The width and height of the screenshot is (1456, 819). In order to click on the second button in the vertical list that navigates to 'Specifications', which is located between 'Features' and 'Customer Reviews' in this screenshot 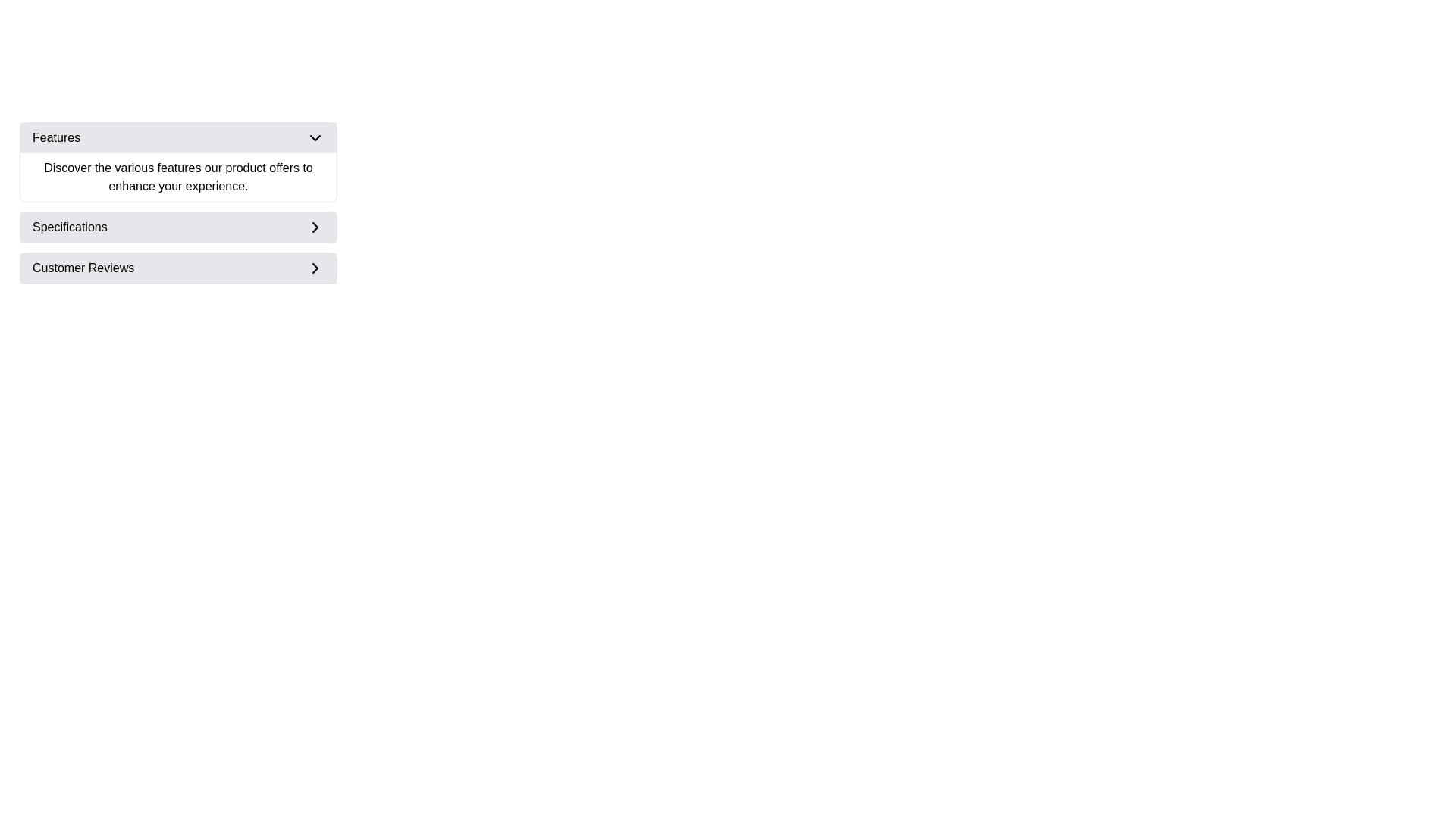, I will do `click(178, 227)`.